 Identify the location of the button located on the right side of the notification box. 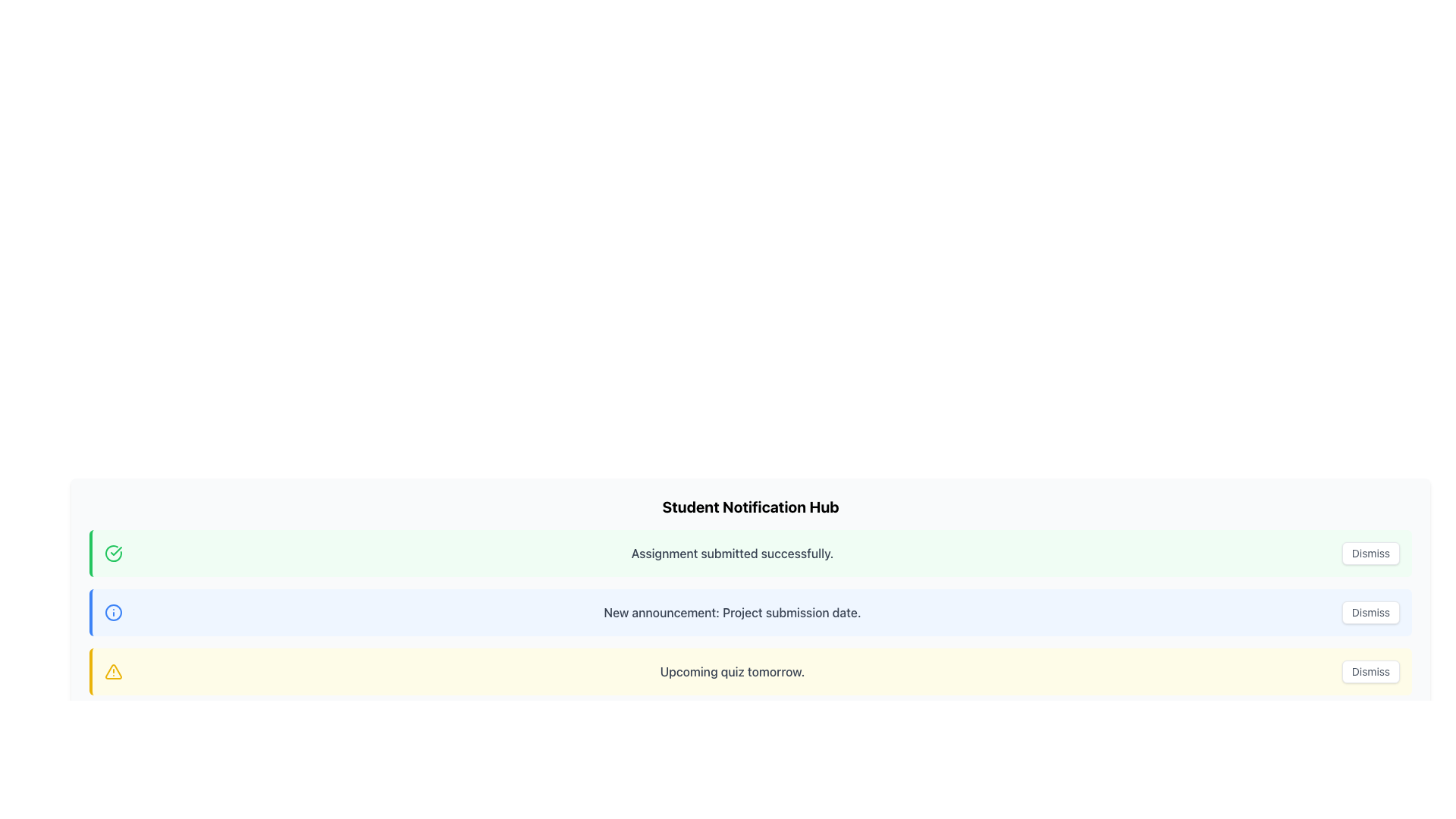
(1370, 671).